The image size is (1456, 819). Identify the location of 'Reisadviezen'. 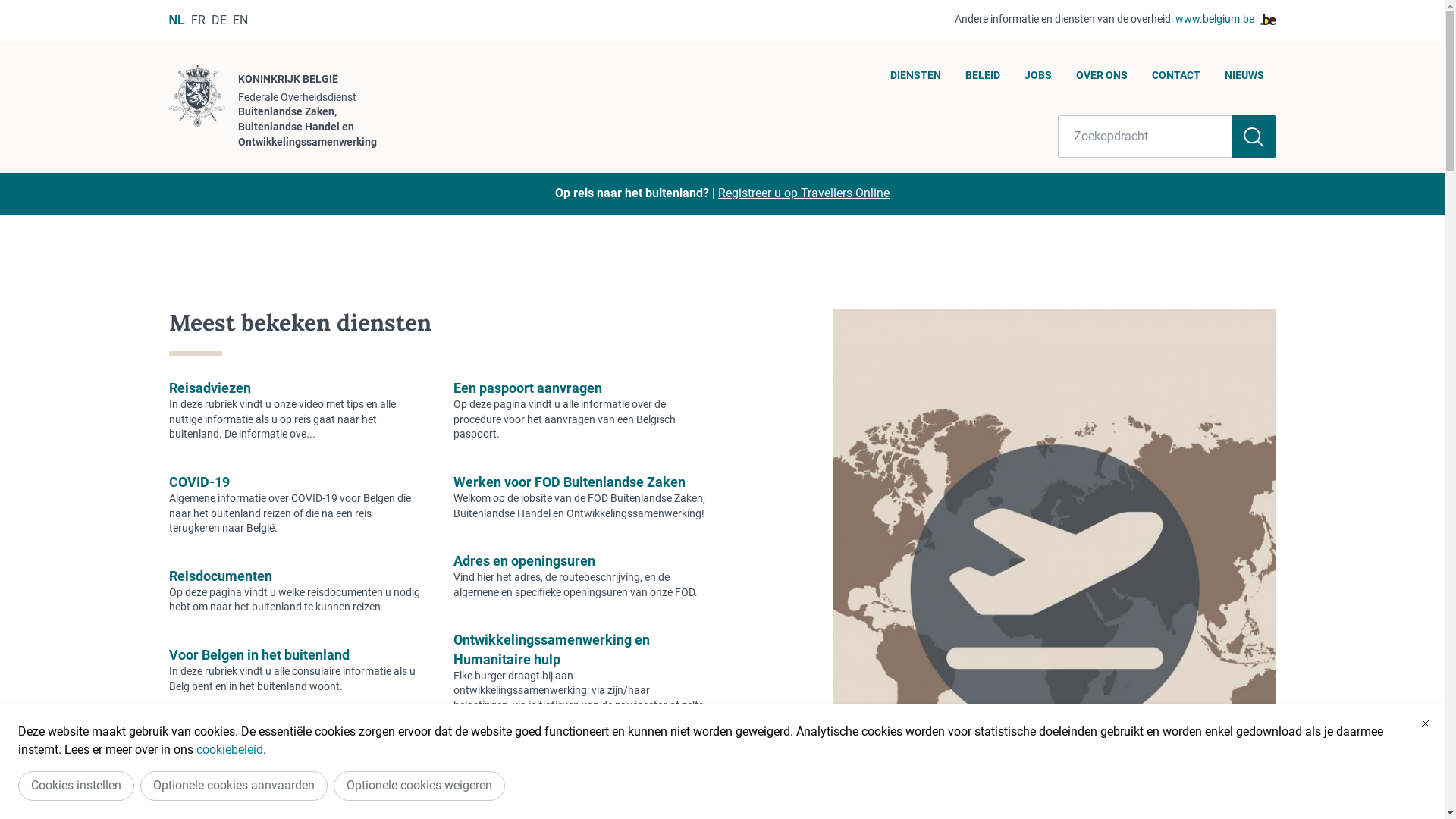
(208, 387).